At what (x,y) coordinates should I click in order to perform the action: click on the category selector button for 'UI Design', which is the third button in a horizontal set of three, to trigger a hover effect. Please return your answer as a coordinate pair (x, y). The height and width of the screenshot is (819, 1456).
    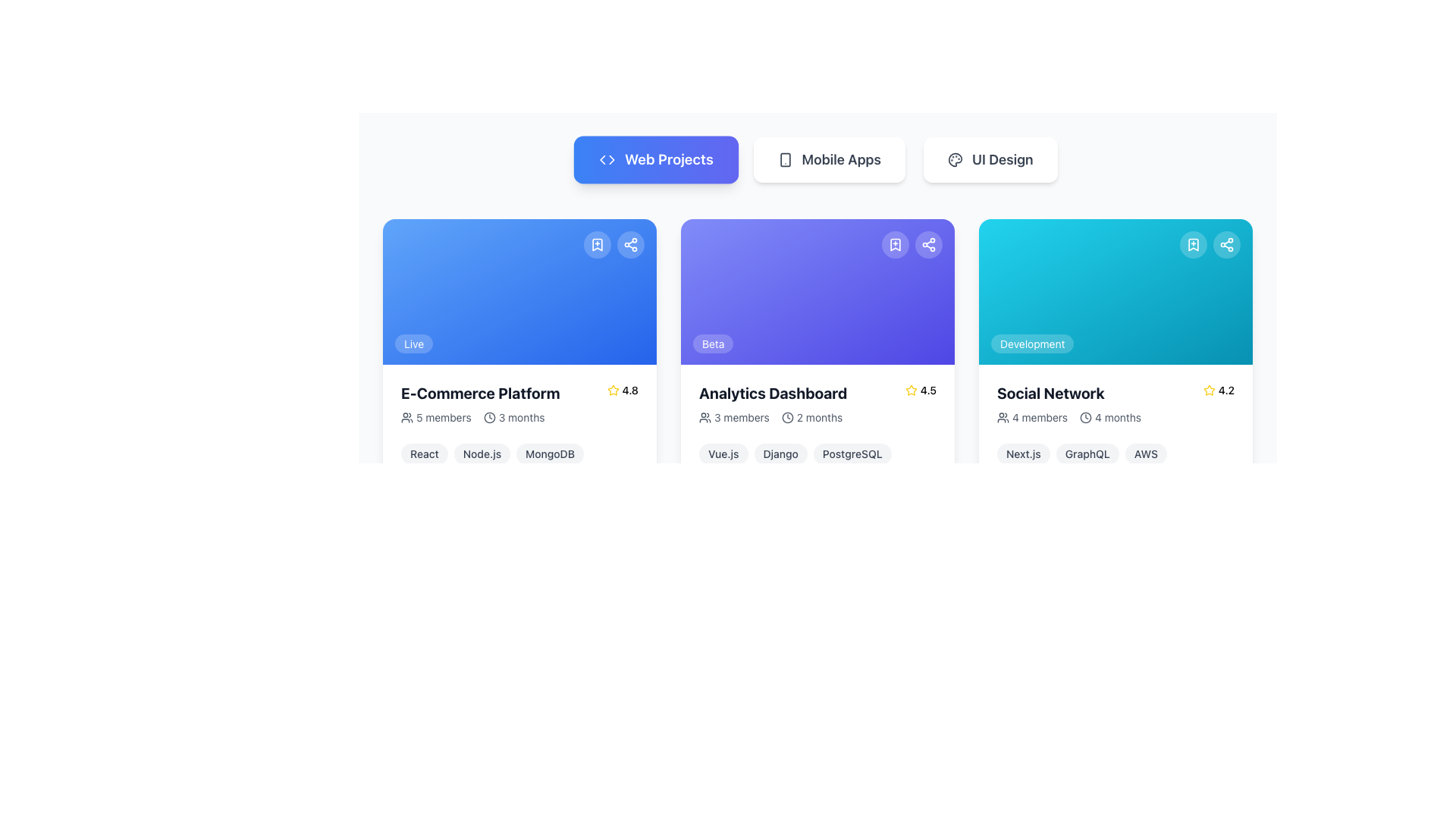
    Looking at the image, I should click on (990, 160).